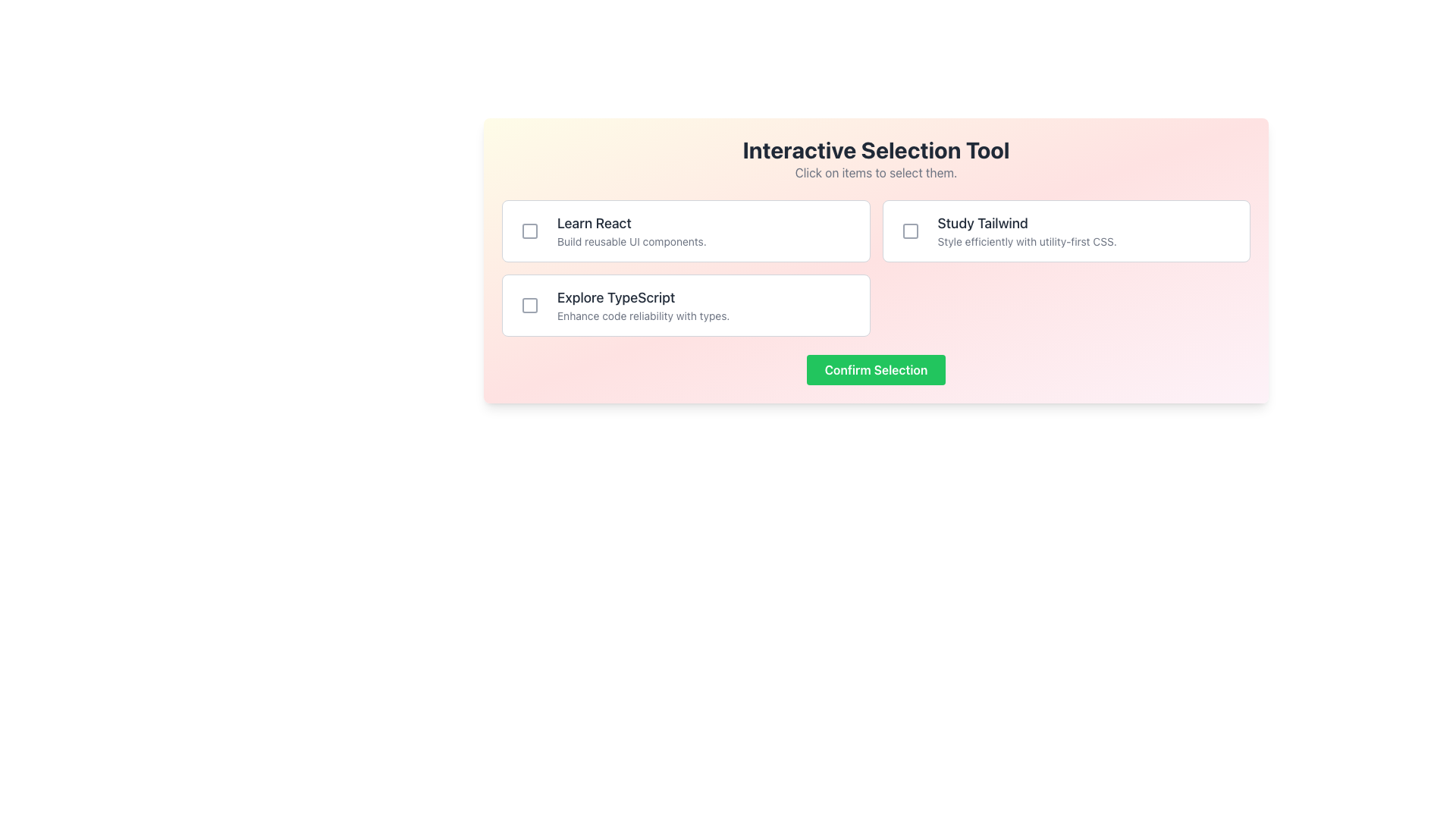  What do you see at coordinates (530, 305) in the screenshot?
I see `the Icon component within the checkbox for the 'Explore TypeScript' selection option` at bounding box center [530, 305].